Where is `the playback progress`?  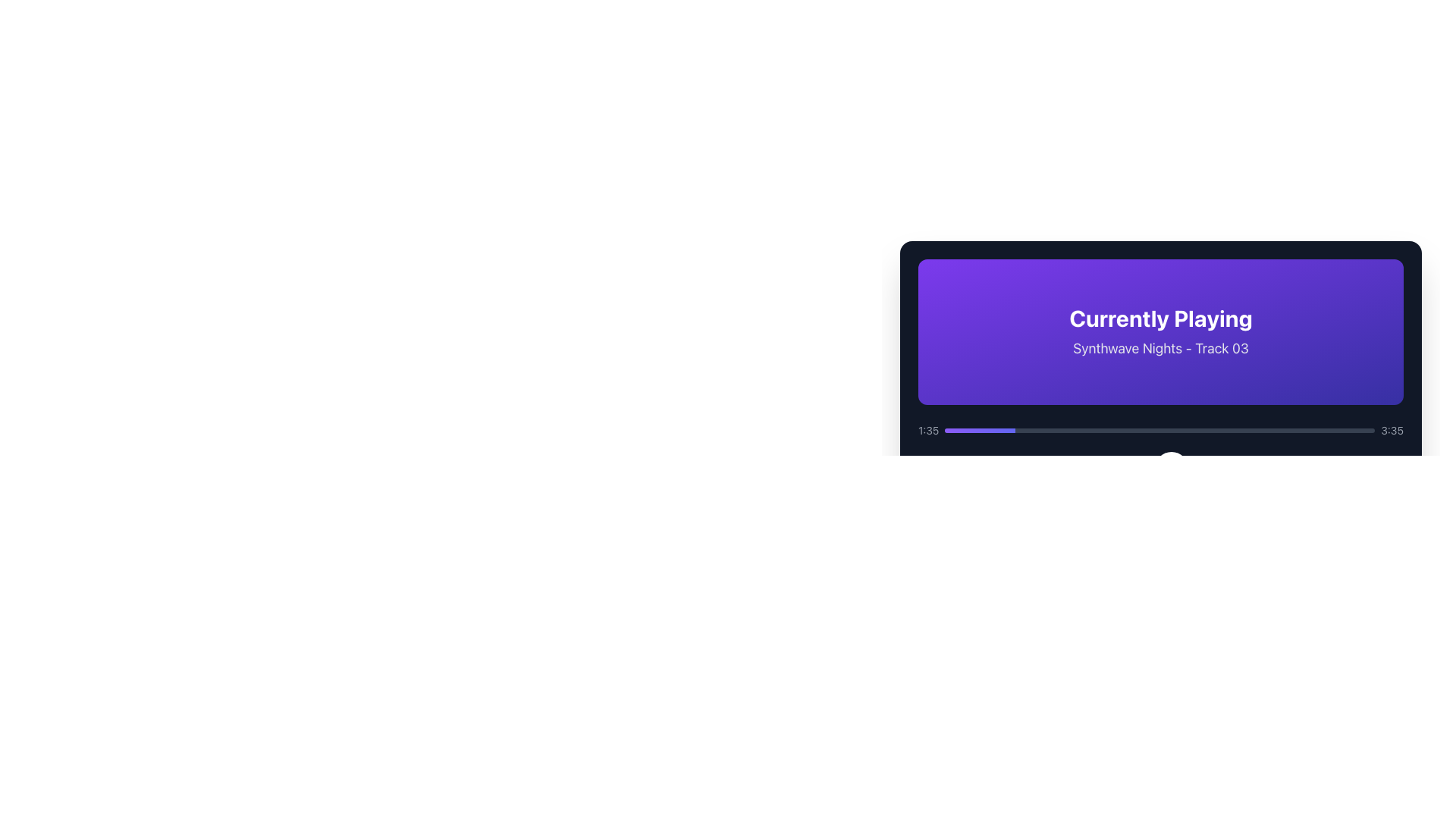
the playback progress is located at coordinates (1099, 430).